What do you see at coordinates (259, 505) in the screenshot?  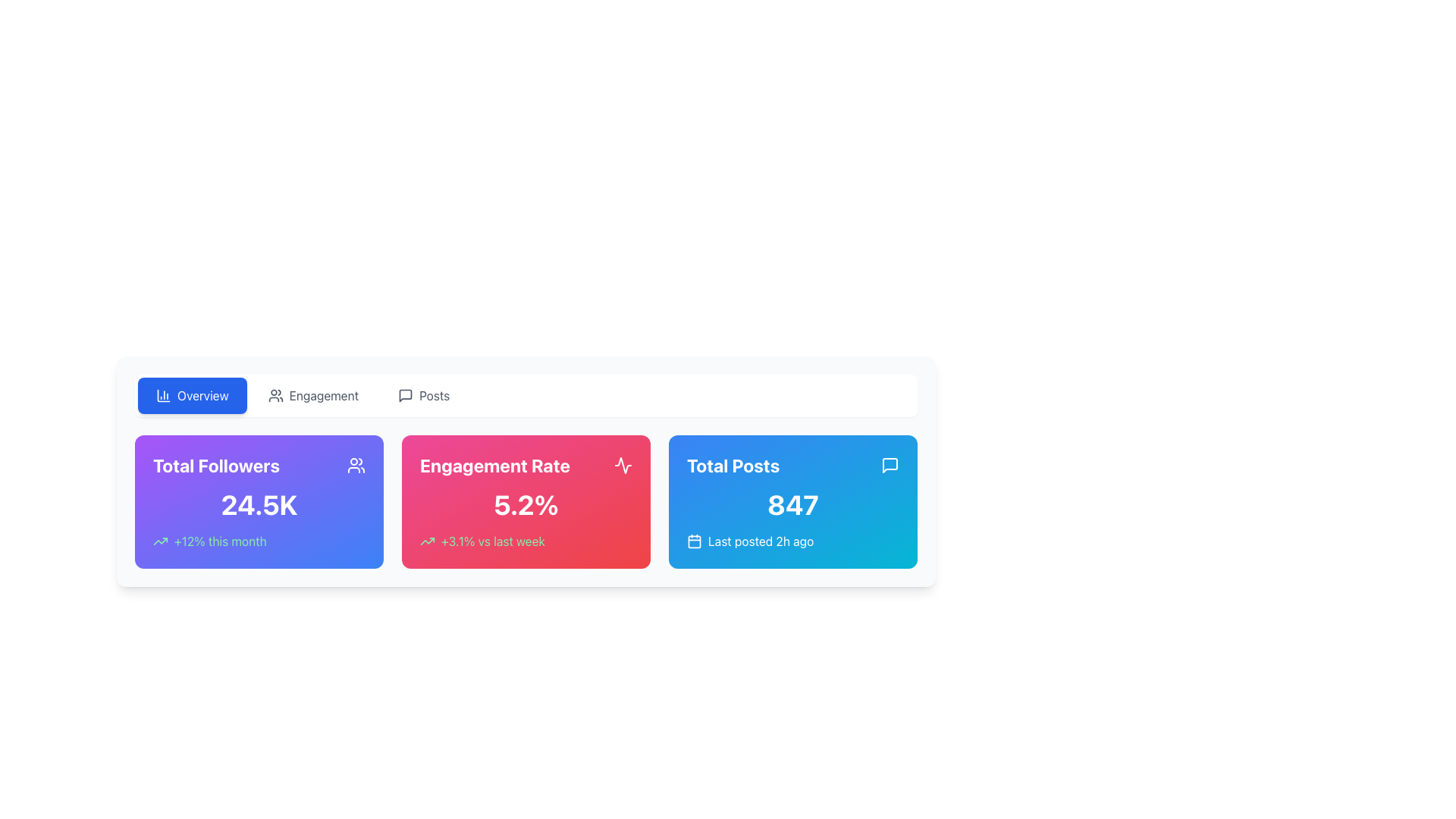 I see `the static text label displaying '24.5K' in bold white color, which is centrally positioned within a gradient background in the card labeled 'Total Followers'` at bounding box center [259, 505].